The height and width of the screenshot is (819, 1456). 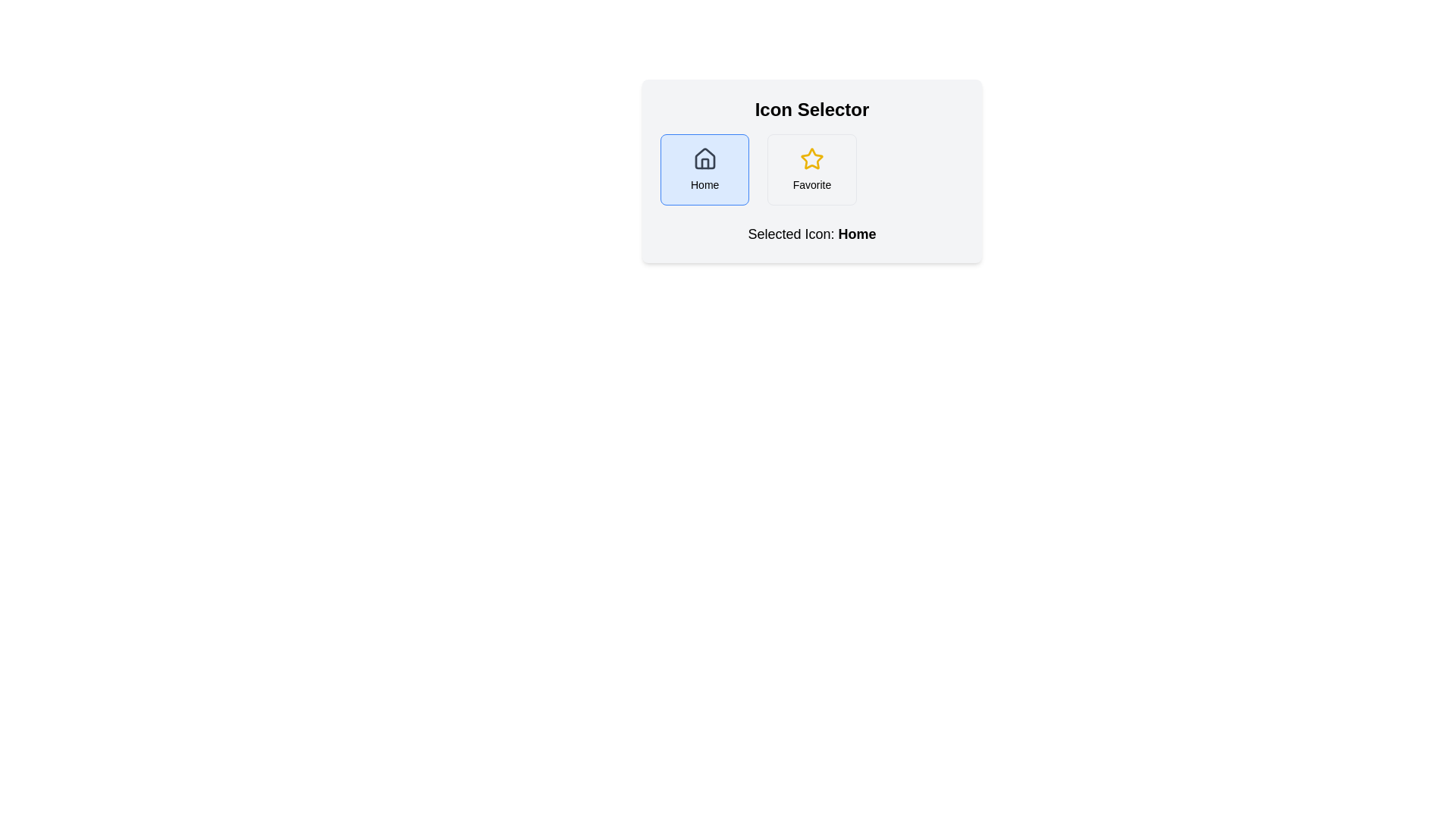 What do you see at coordinates (811, 169) in the screenshot?
I see `the second clickable card in the grid layout that represents a 'Favorite' option` at bounding box center [811, 169].